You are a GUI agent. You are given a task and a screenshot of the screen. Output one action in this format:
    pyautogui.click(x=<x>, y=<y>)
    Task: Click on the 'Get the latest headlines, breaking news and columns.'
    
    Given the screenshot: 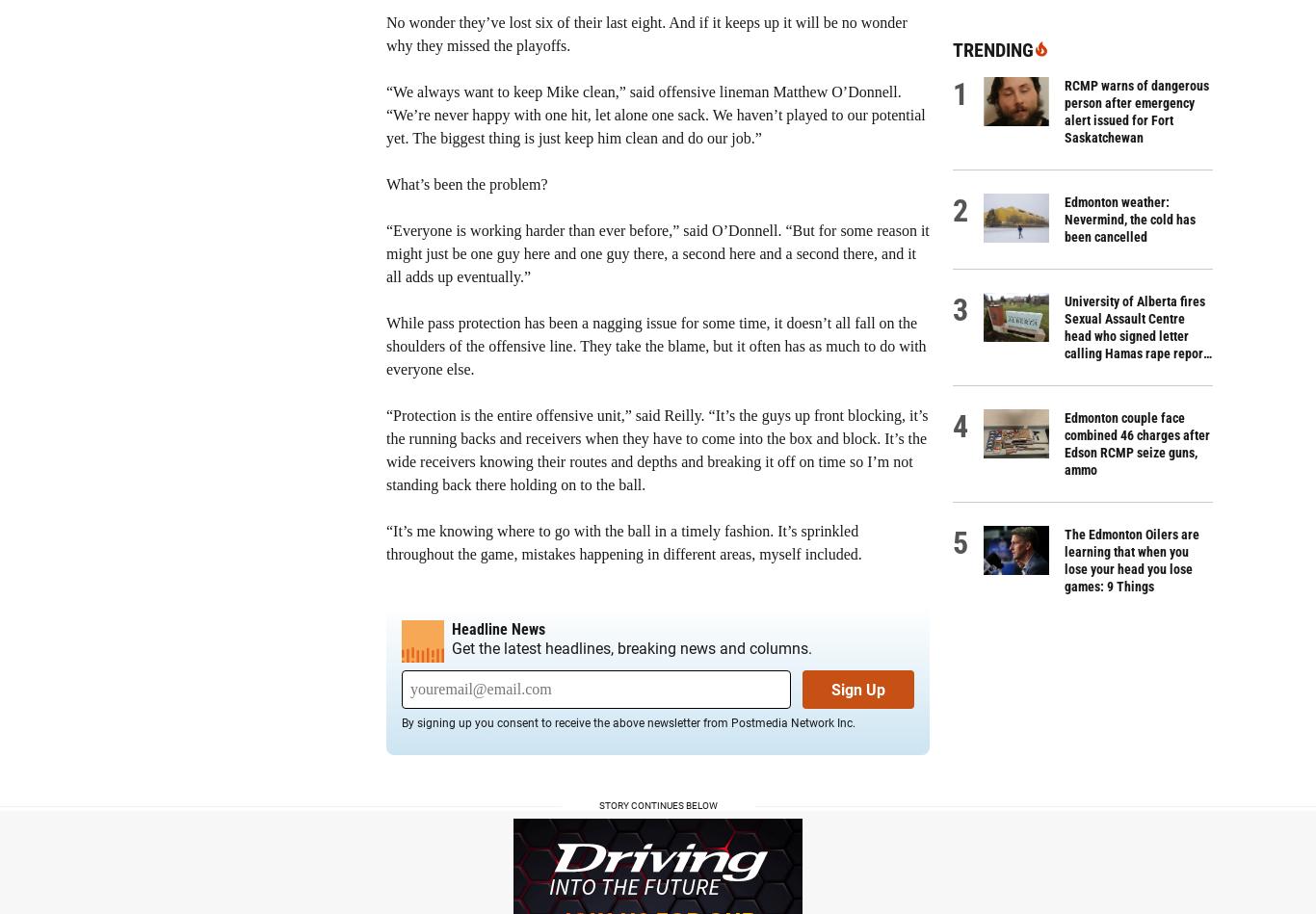 What is the action you would take?
    pyautogui.click(x=630, y=647)
    